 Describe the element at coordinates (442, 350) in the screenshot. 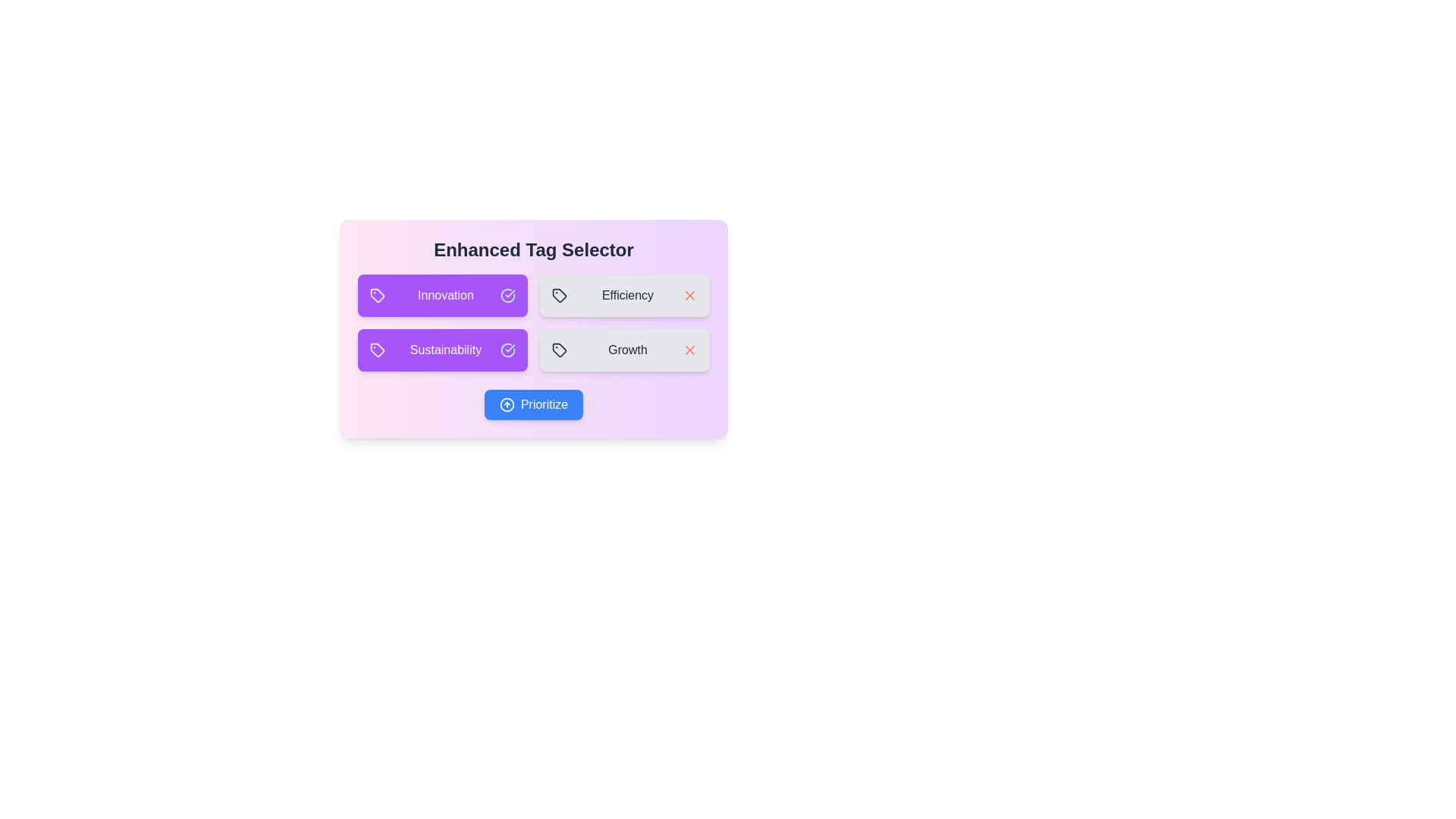

I see `the tag Sustainability` at that location.